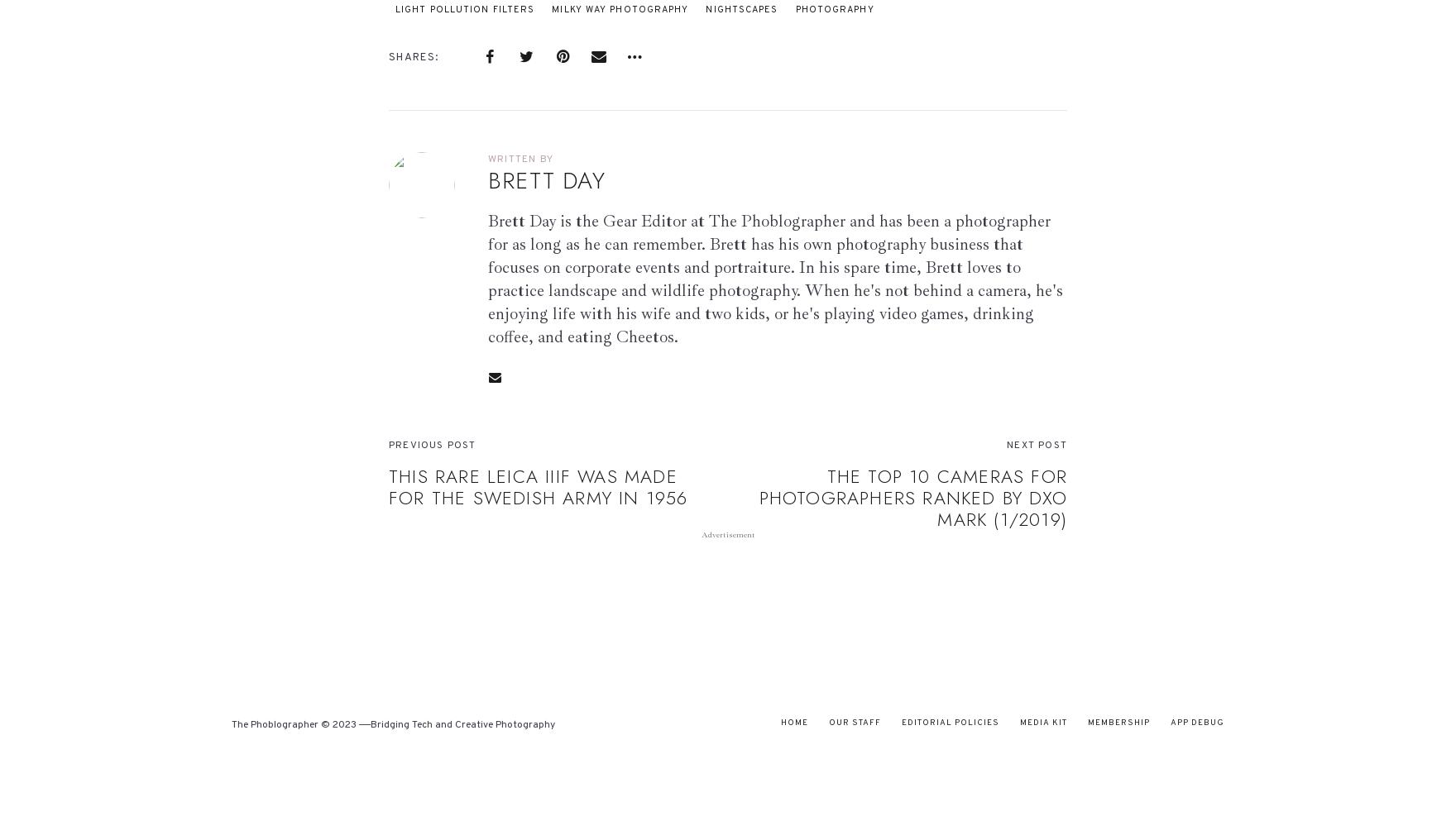 This screenshot has width=1456, height=821. I want to click on 'Advertisement', so click(700, 532).